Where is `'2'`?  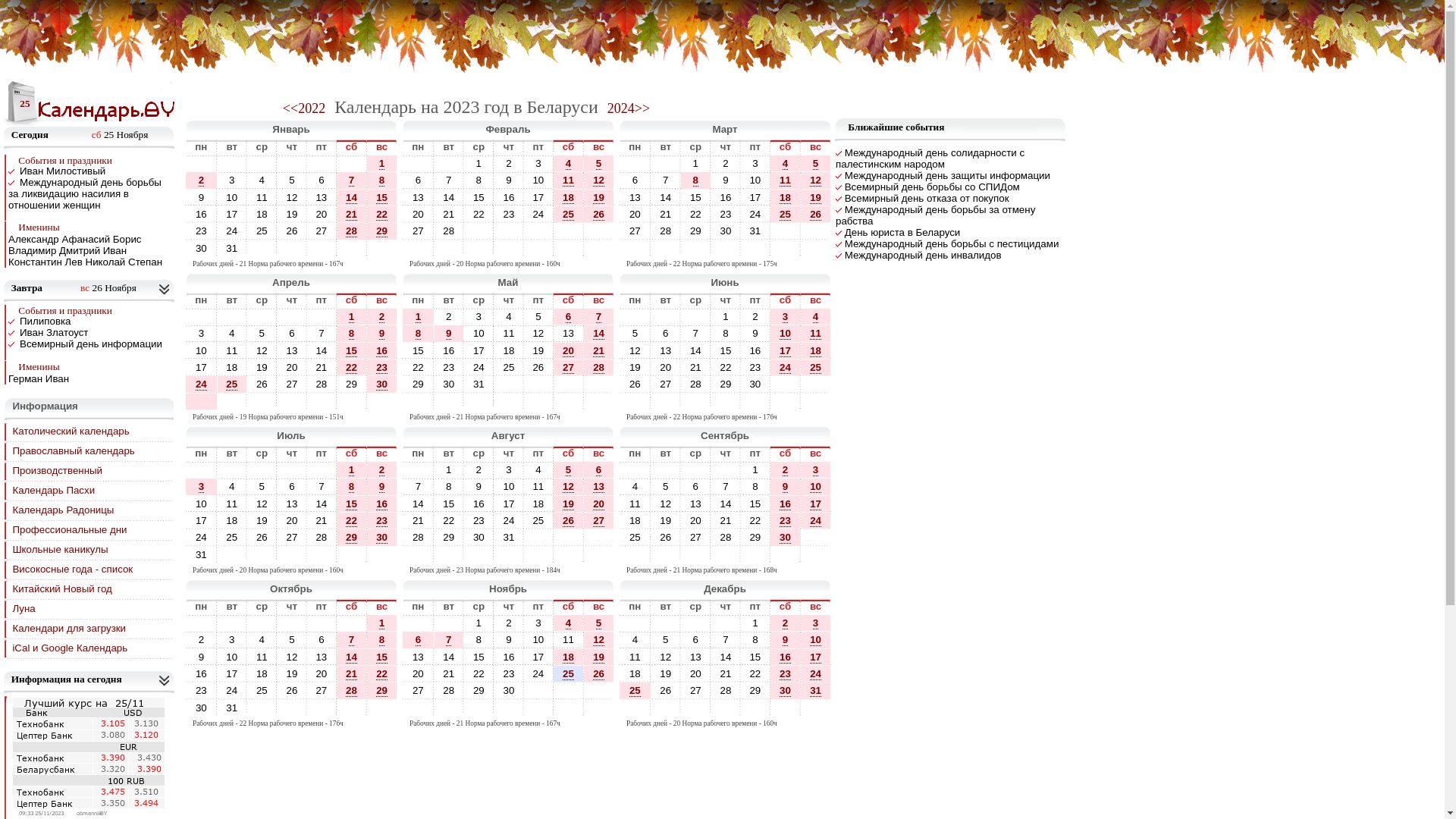
'2' is located at coordinates (378, 315).